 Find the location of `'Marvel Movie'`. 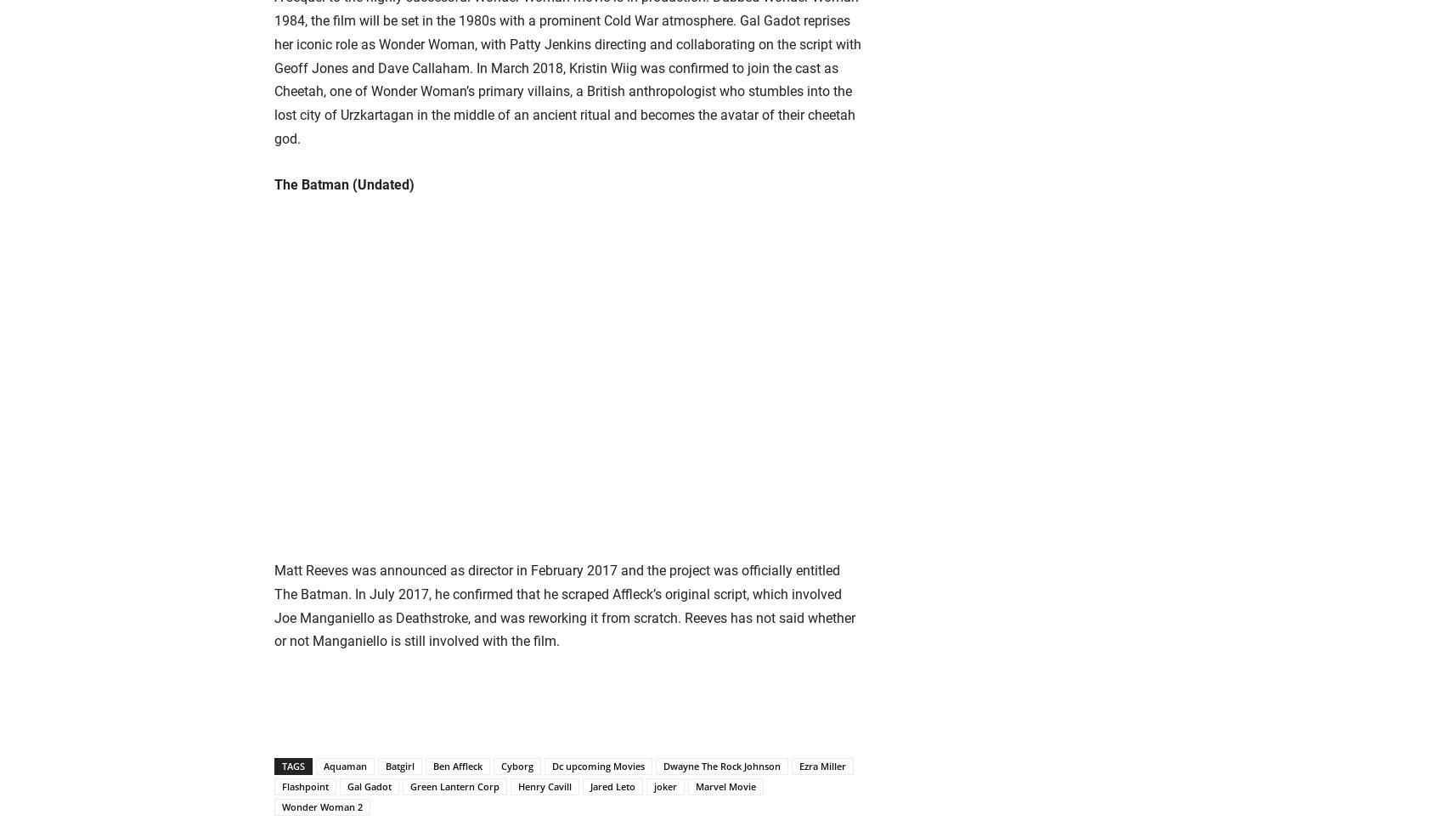

'Marvel Movie' is located at coordinates (725, 785).